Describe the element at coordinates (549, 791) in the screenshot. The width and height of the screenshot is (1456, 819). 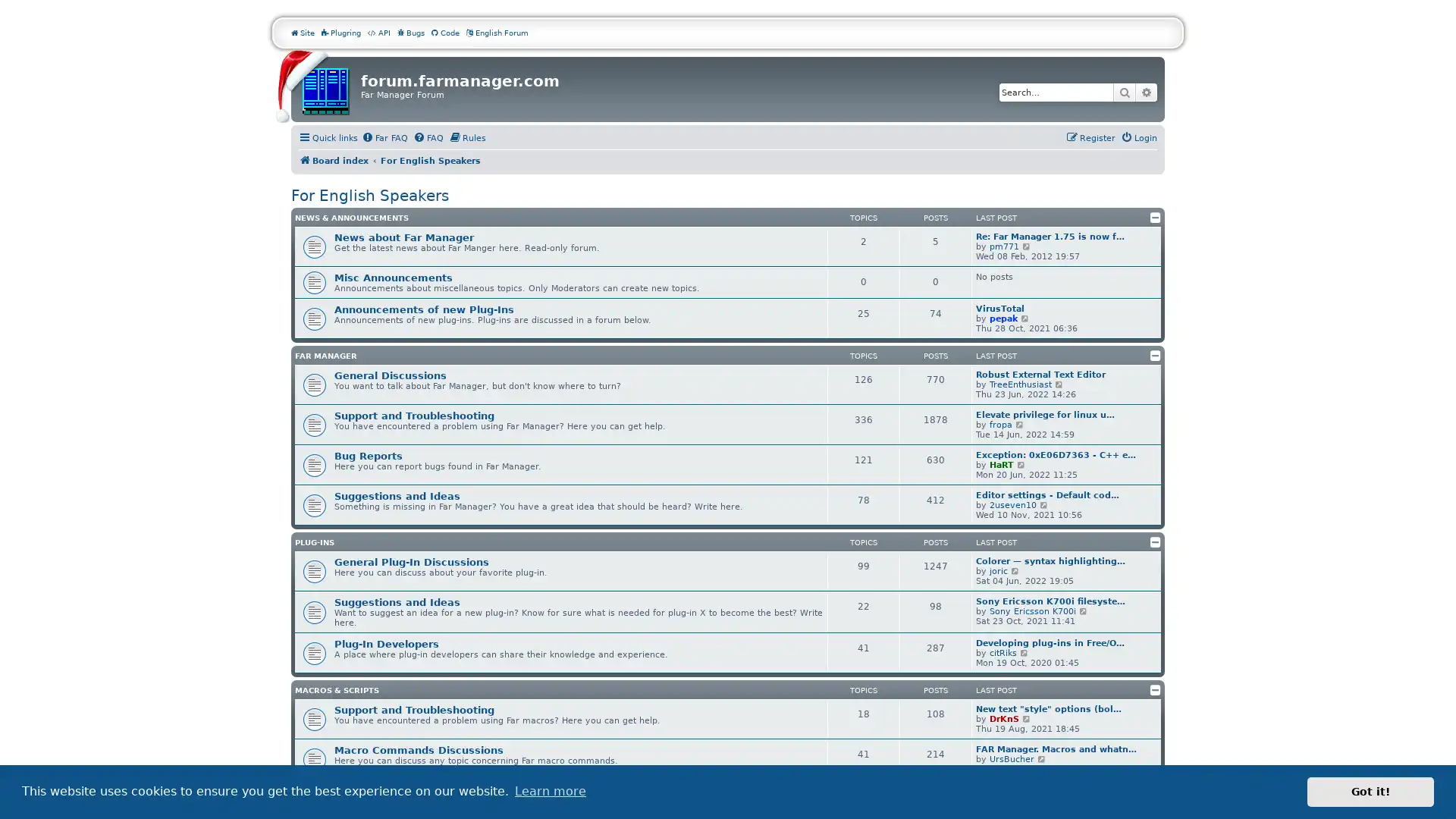
I see `learn more about cookies` at that location.